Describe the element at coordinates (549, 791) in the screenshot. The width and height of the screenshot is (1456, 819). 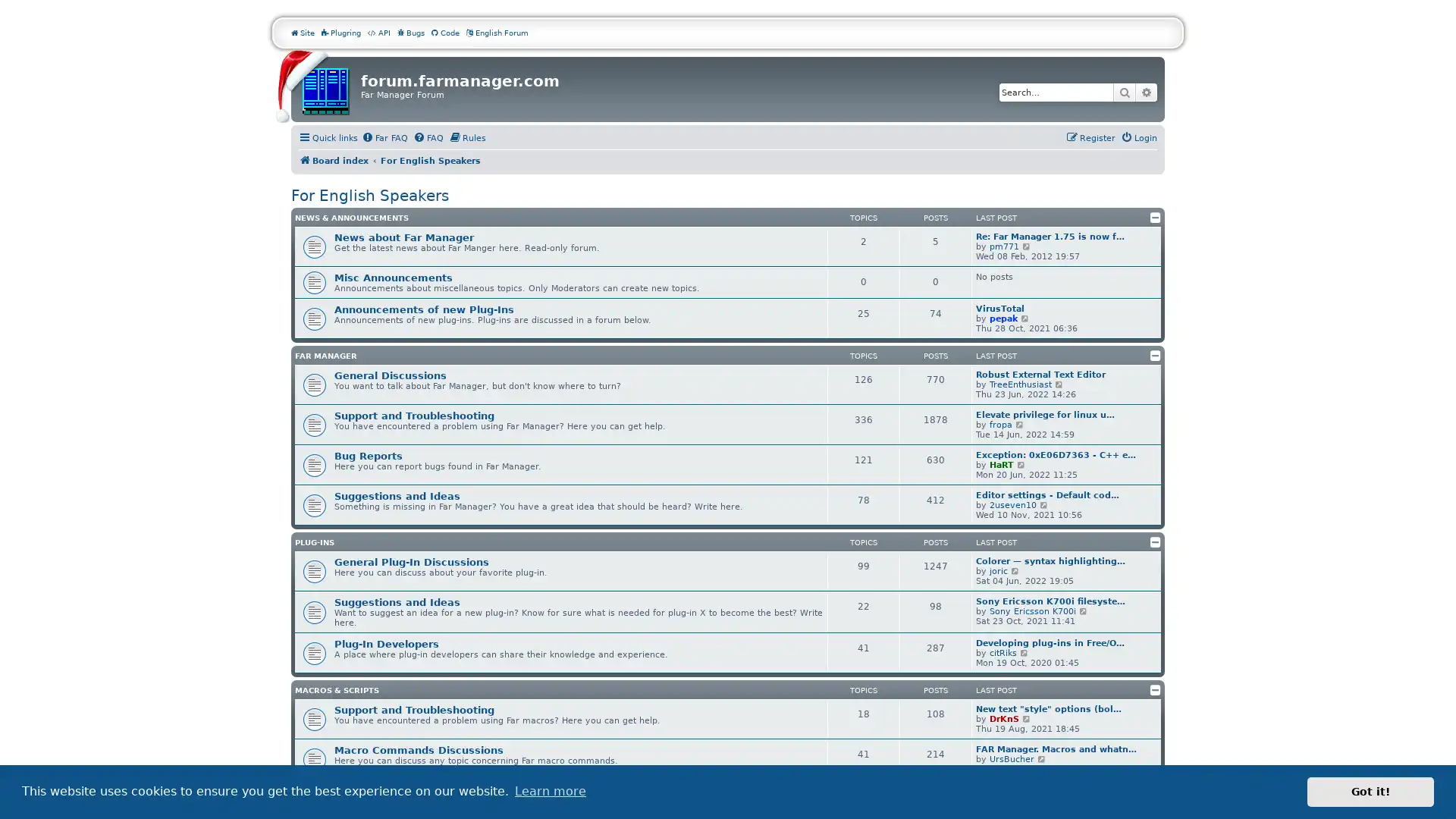
I see `learn more about cookies` at that location.